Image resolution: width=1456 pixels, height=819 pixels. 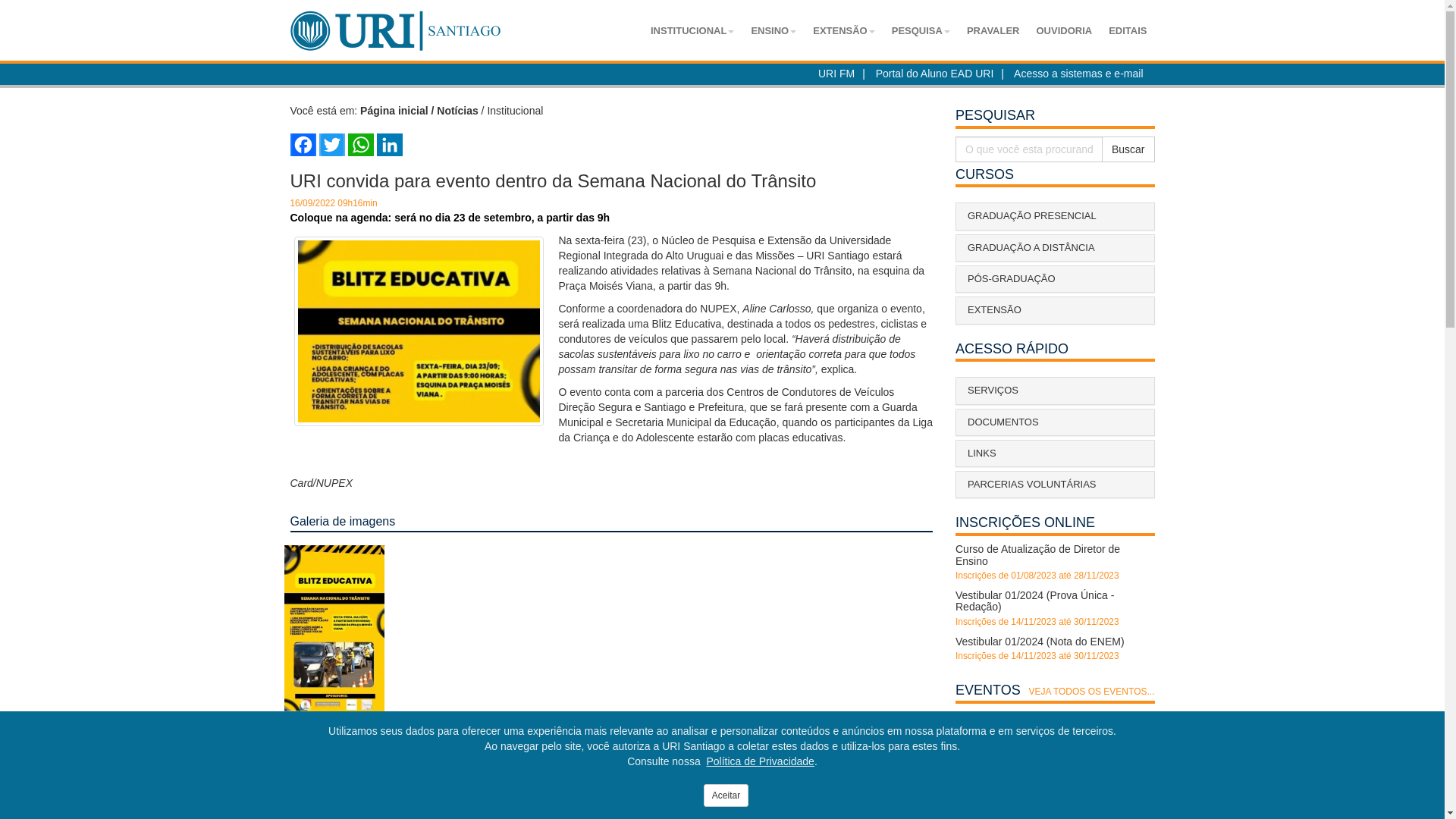 What do you see at coordinates (1128, 149) in the screenshot?
I see `'Buscar'` at bounding box center [1128, 149].